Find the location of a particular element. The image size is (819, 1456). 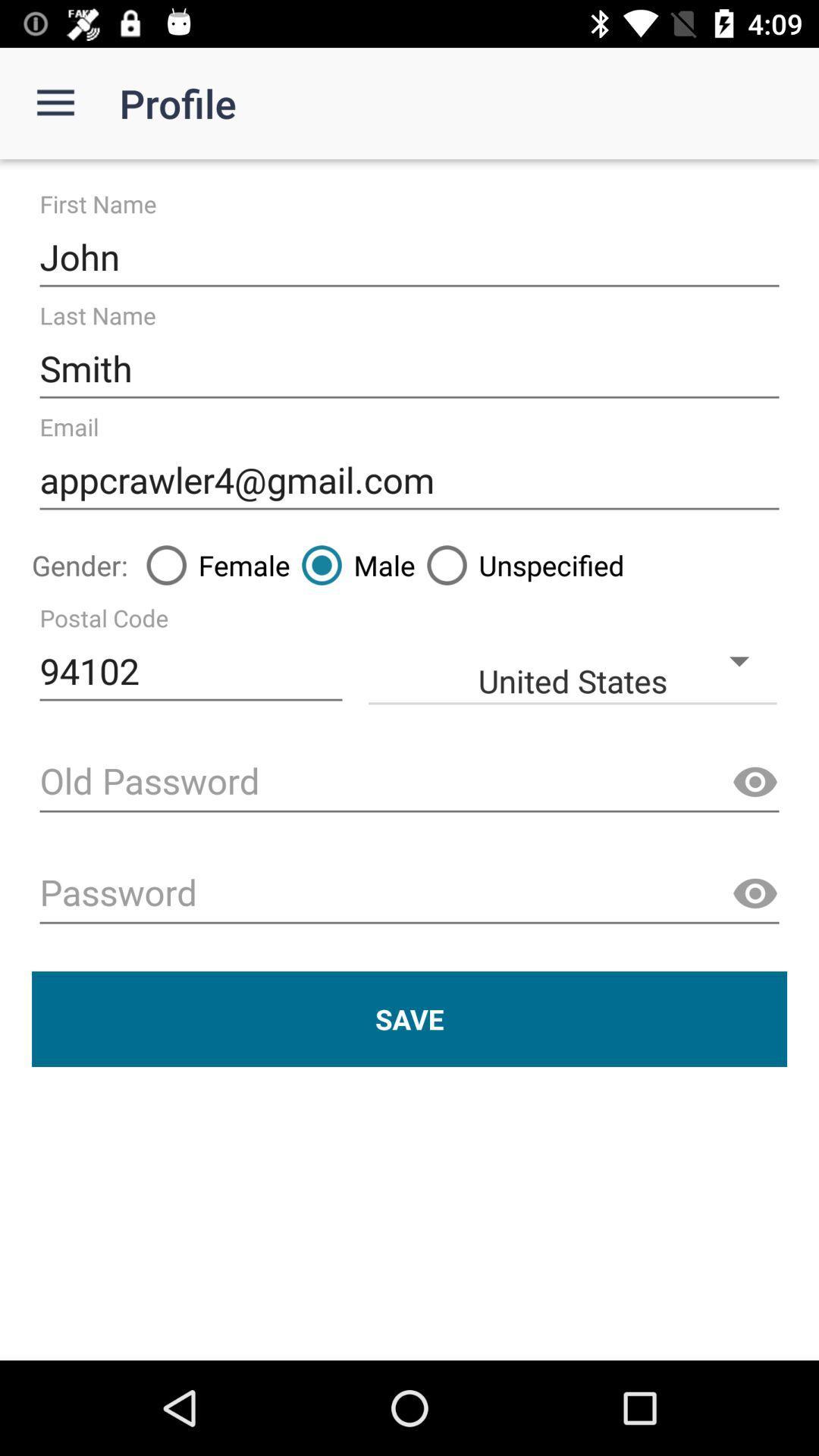

password visibility is located at coordinates (755, 783).